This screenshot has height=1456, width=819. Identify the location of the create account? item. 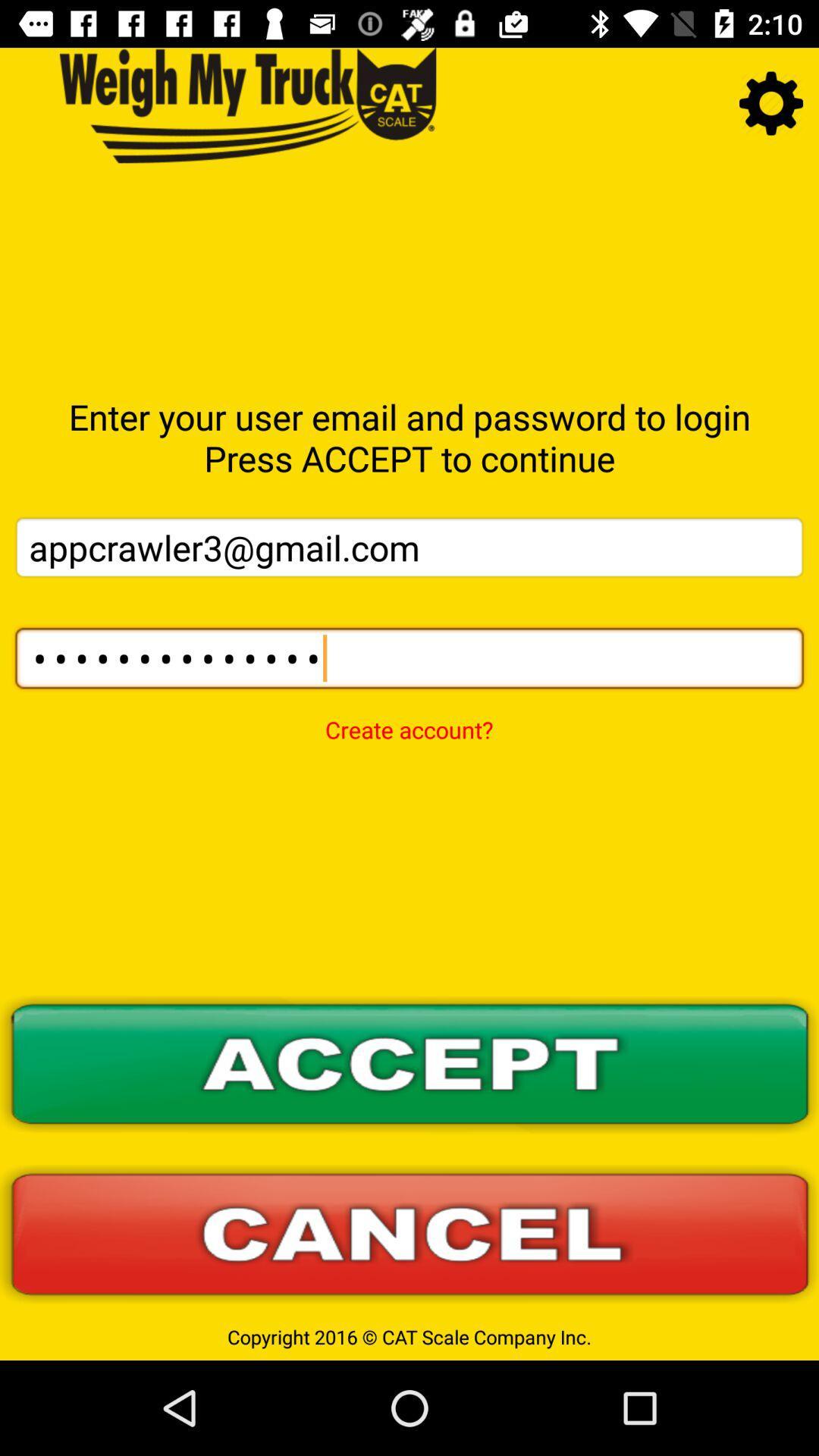
(408, 719).